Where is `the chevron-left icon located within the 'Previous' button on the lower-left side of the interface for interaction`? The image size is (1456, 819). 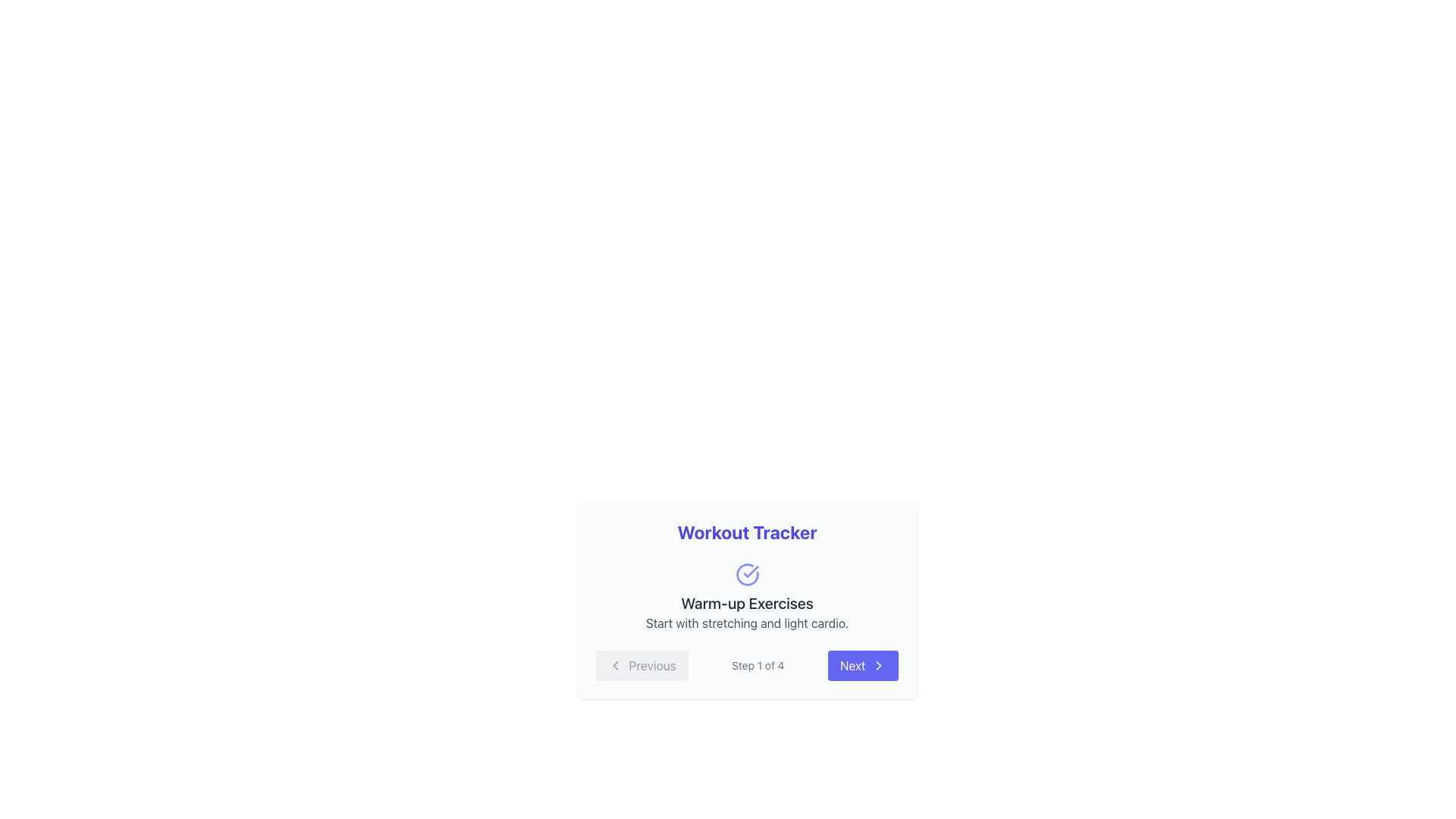 the chevron-left icon located within the 'Previous' button on the lower-left side of the interface for interaction is located at coordinates (615, 665).